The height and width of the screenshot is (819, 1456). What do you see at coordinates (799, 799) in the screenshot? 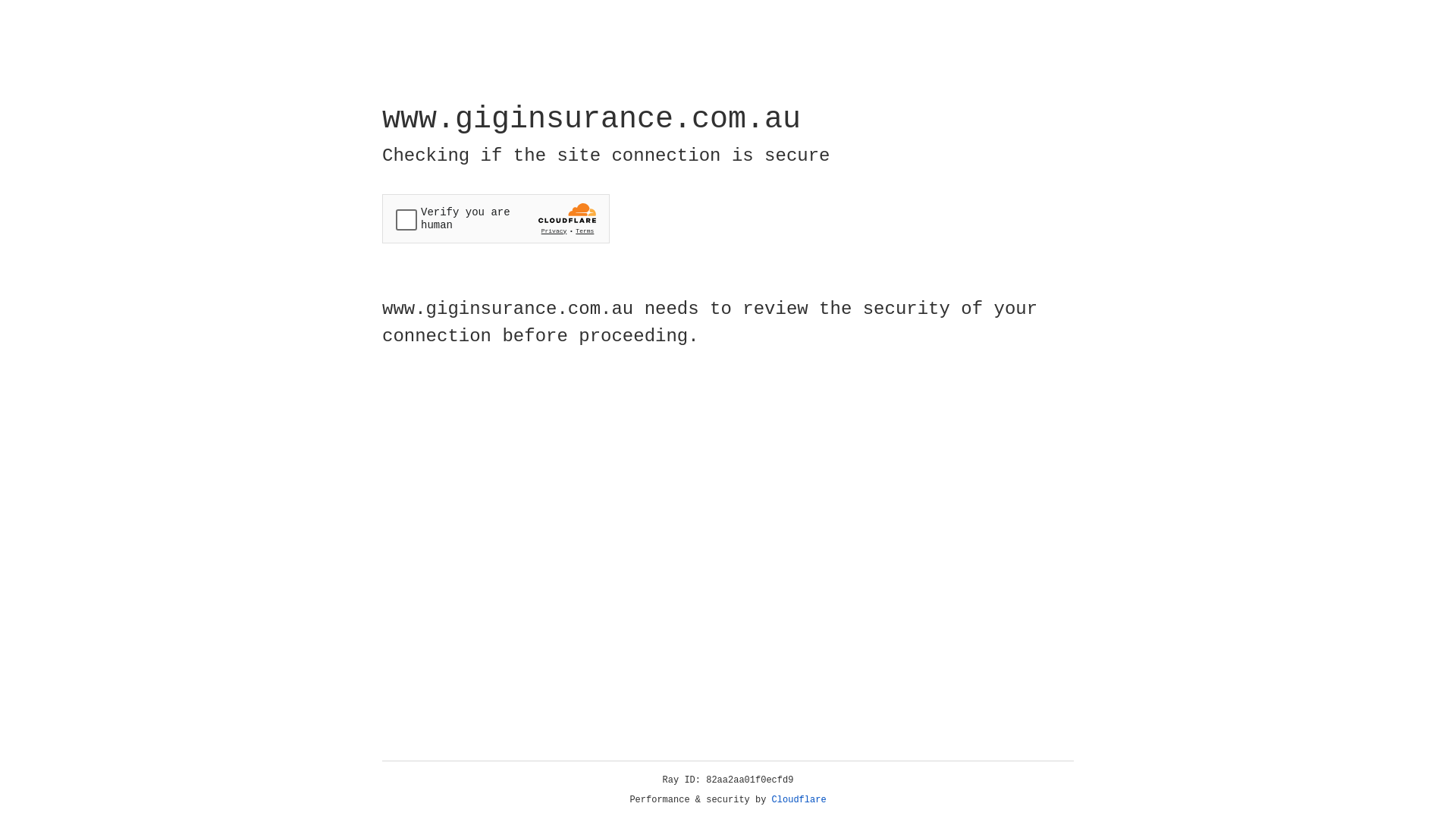
I see `'Cloudflare'` at bounding box center [799, 799].